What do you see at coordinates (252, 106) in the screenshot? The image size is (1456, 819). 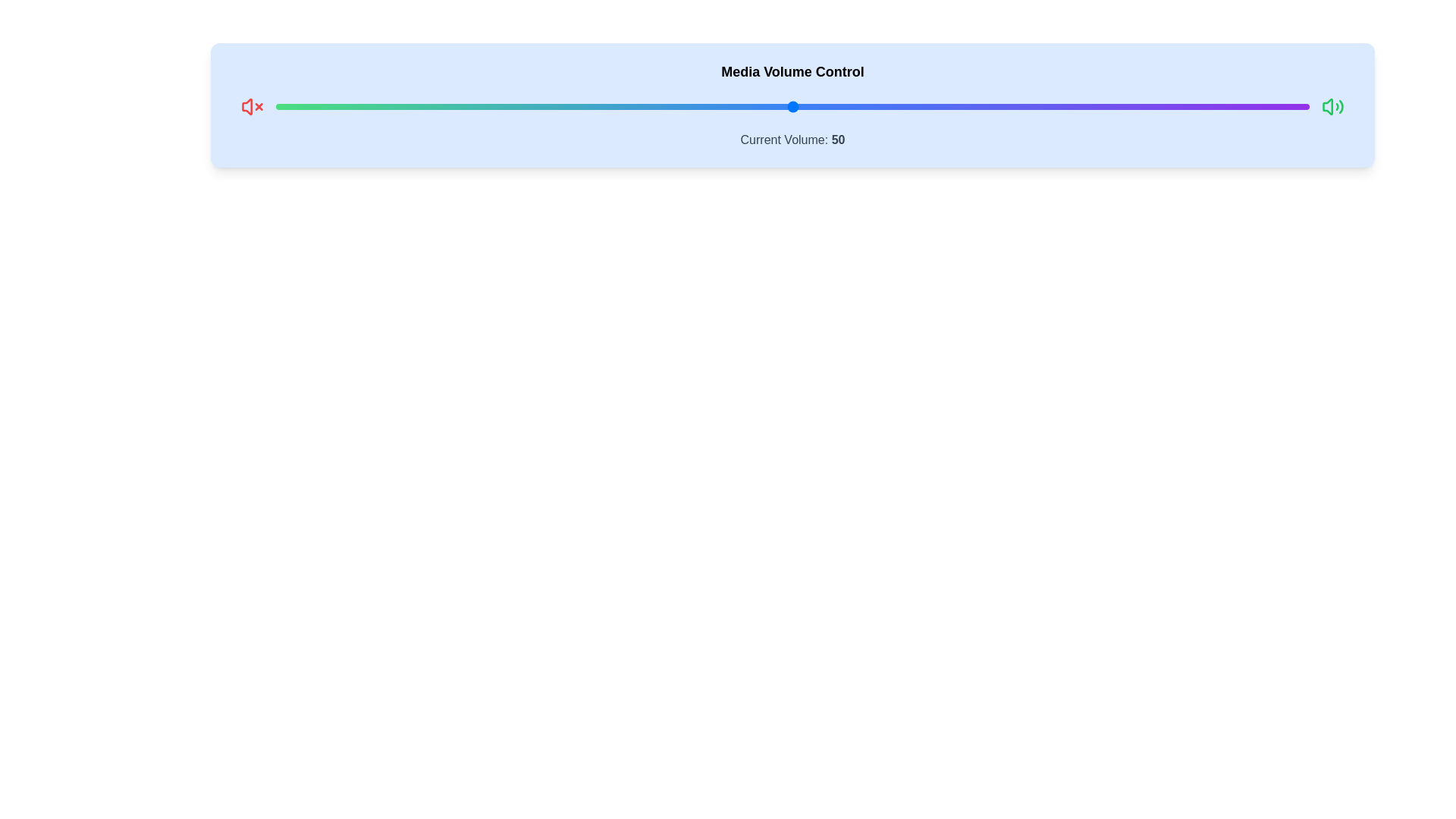 I see `the mute icon` at bounding box center [252, 106].